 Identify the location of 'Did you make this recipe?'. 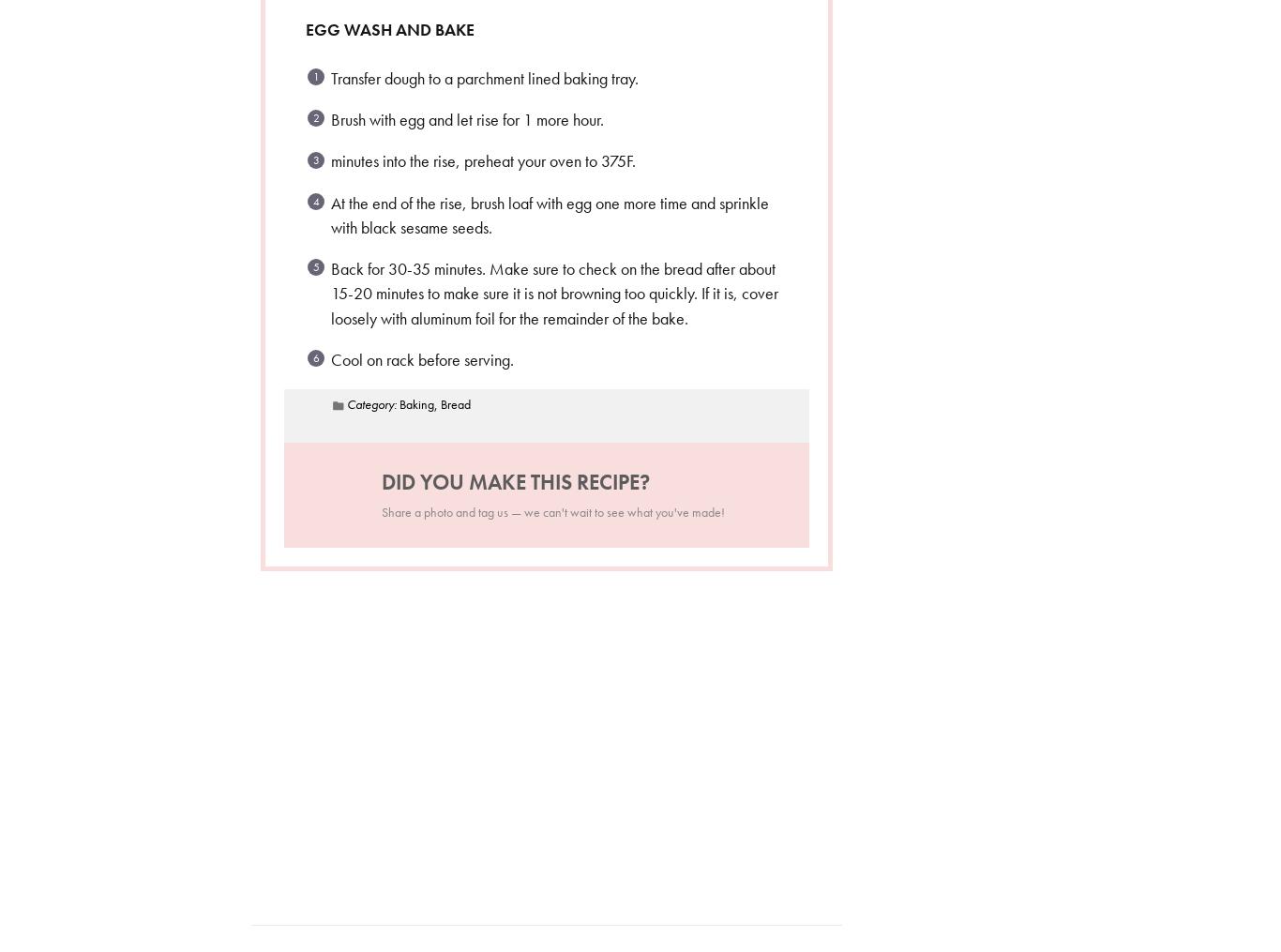
(515, 481).